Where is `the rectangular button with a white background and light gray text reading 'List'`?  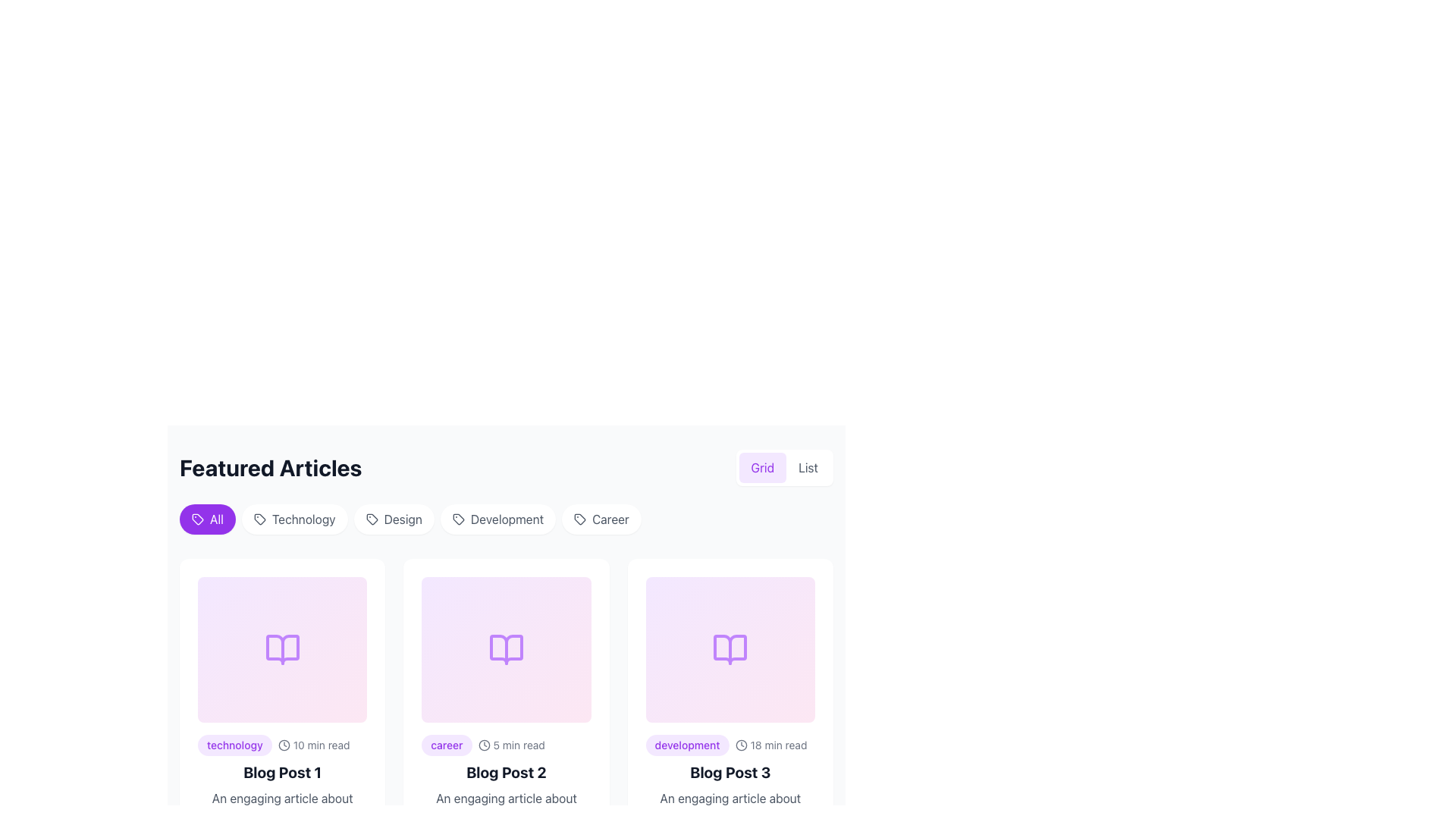 the rectangular button with a white background and light gray text reading 'List' is located at coordinates (807, 467).